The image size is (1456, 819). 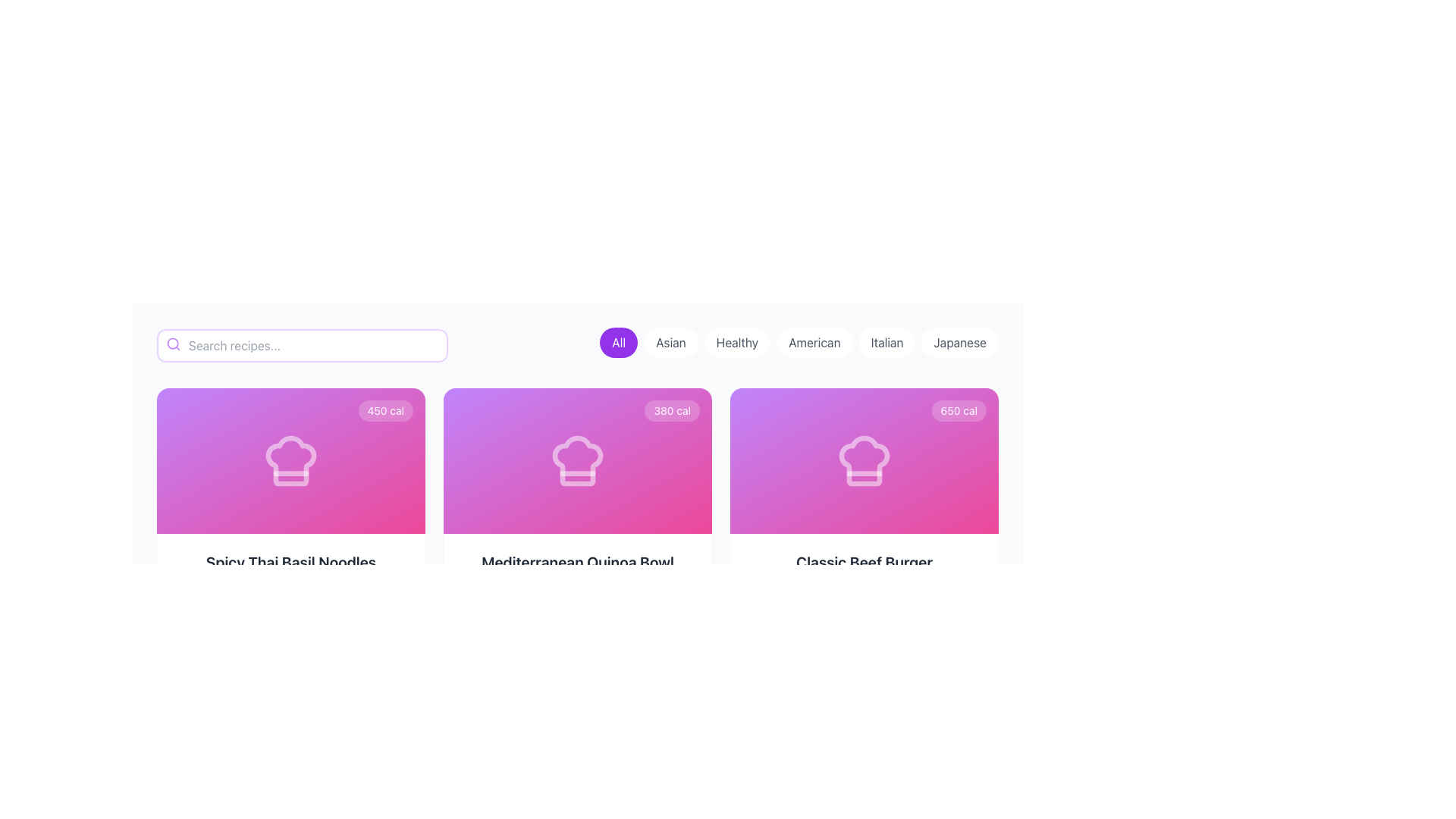 I want to click on the circular vector graphic component of the search icon located in the left portion of the header bar, which visually indicates the search functionality, so click(x=173, y=344).